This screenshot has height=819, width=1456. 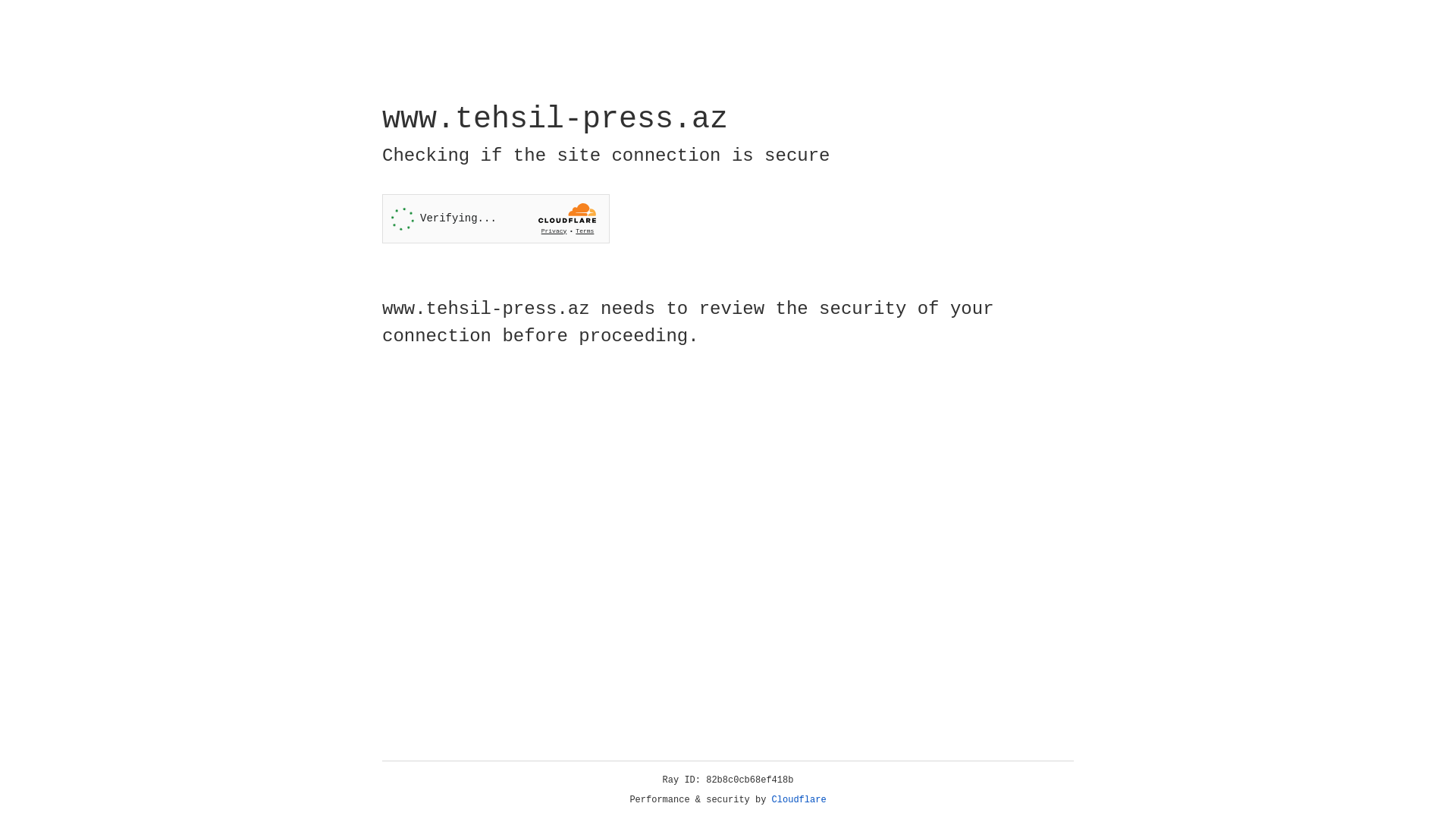 What do you see at coordinates (799, 799) in the screenshot?
I see `'Cloudflare'` at bounding box center [799, 799].